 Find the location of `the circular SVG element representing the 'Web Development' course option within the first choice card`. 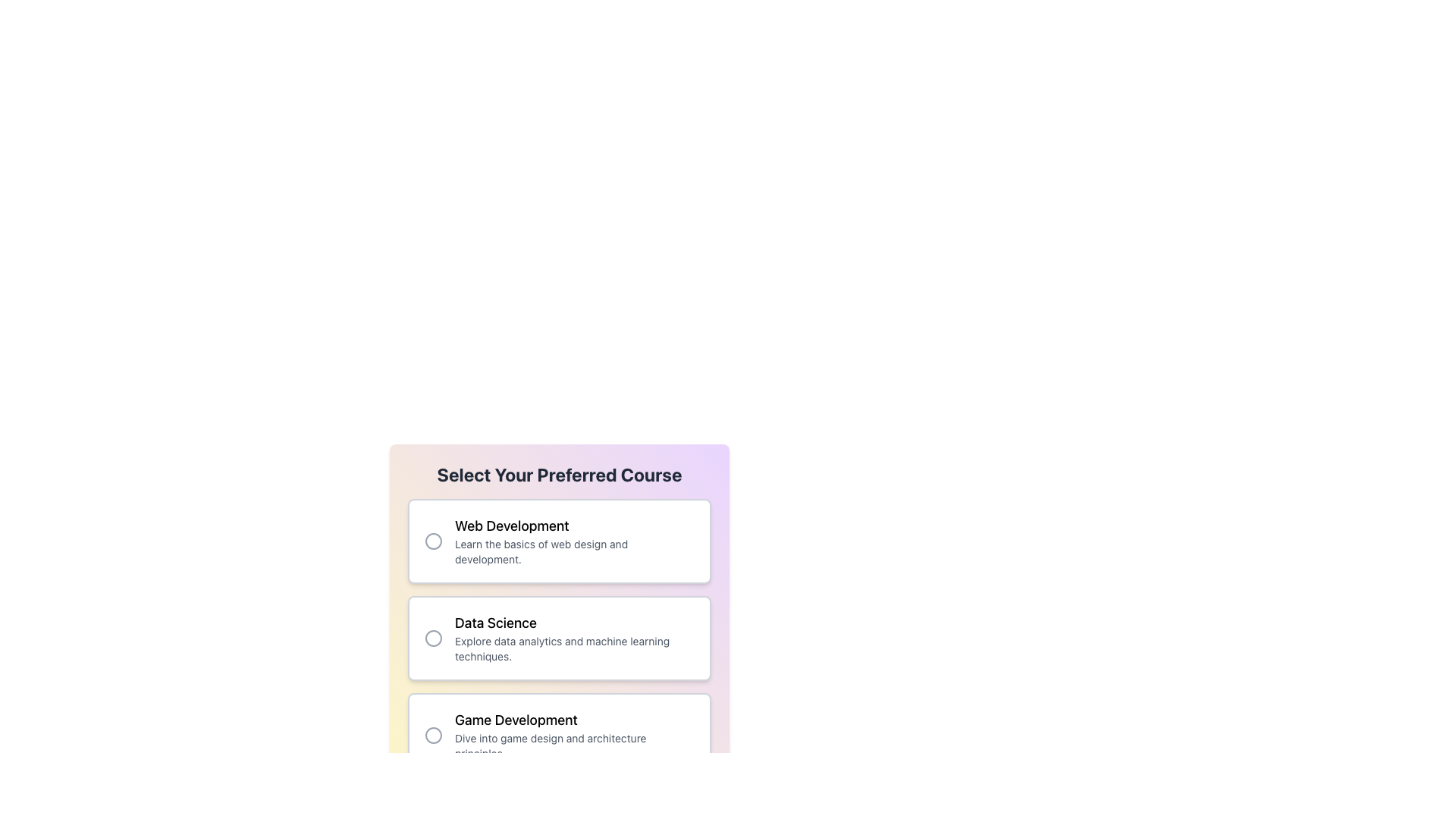

the circular SVG element representing the 'Web Development' course option within the first choice card is located at coordinates (432, 540).